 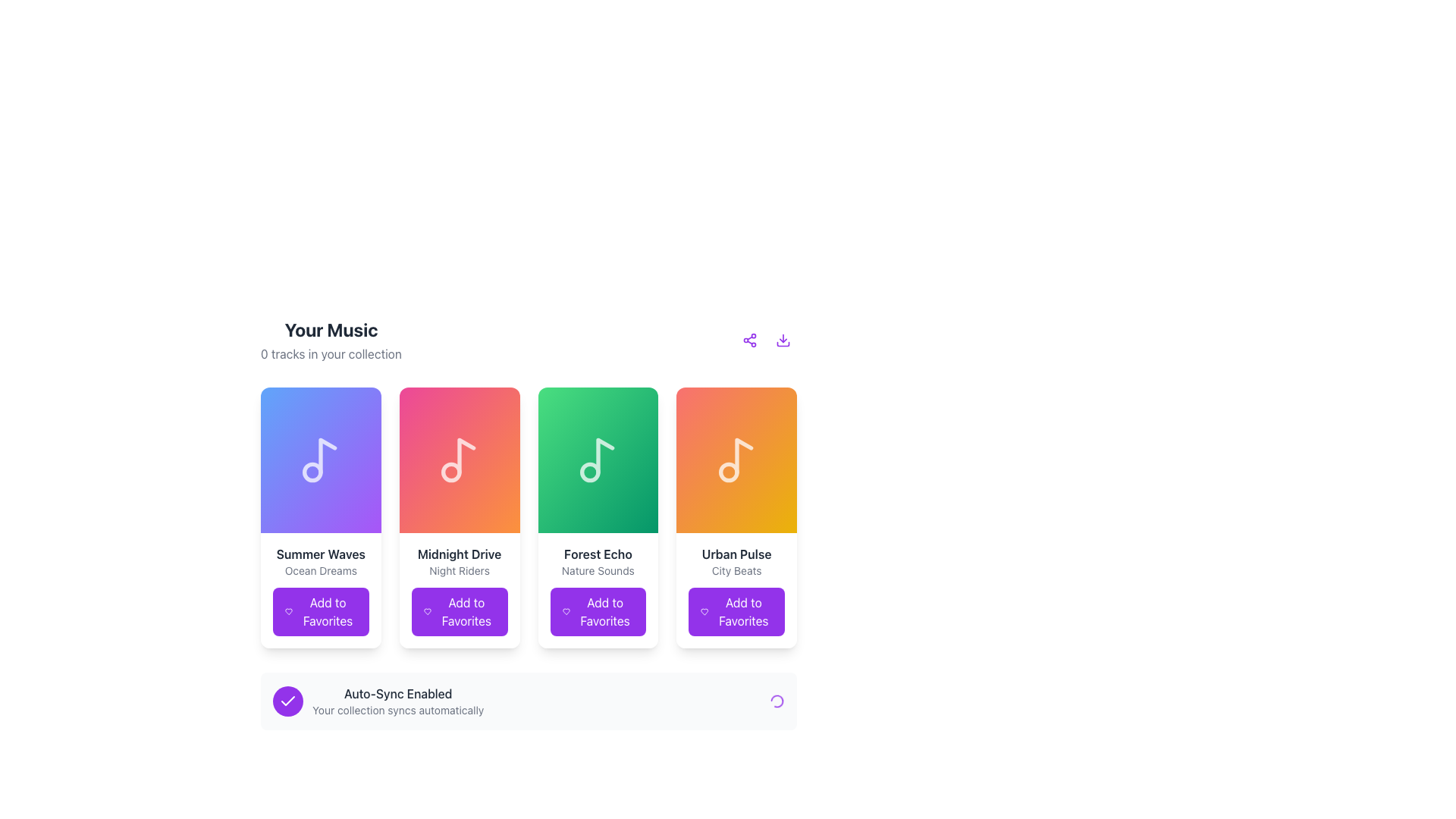 What do you see at coordinates (783, 339) in the screenshot?
I see `the Interactive Button located in the horizontal UI group near the top-right corner of the primary content layout` at bounding box center [783, 339].